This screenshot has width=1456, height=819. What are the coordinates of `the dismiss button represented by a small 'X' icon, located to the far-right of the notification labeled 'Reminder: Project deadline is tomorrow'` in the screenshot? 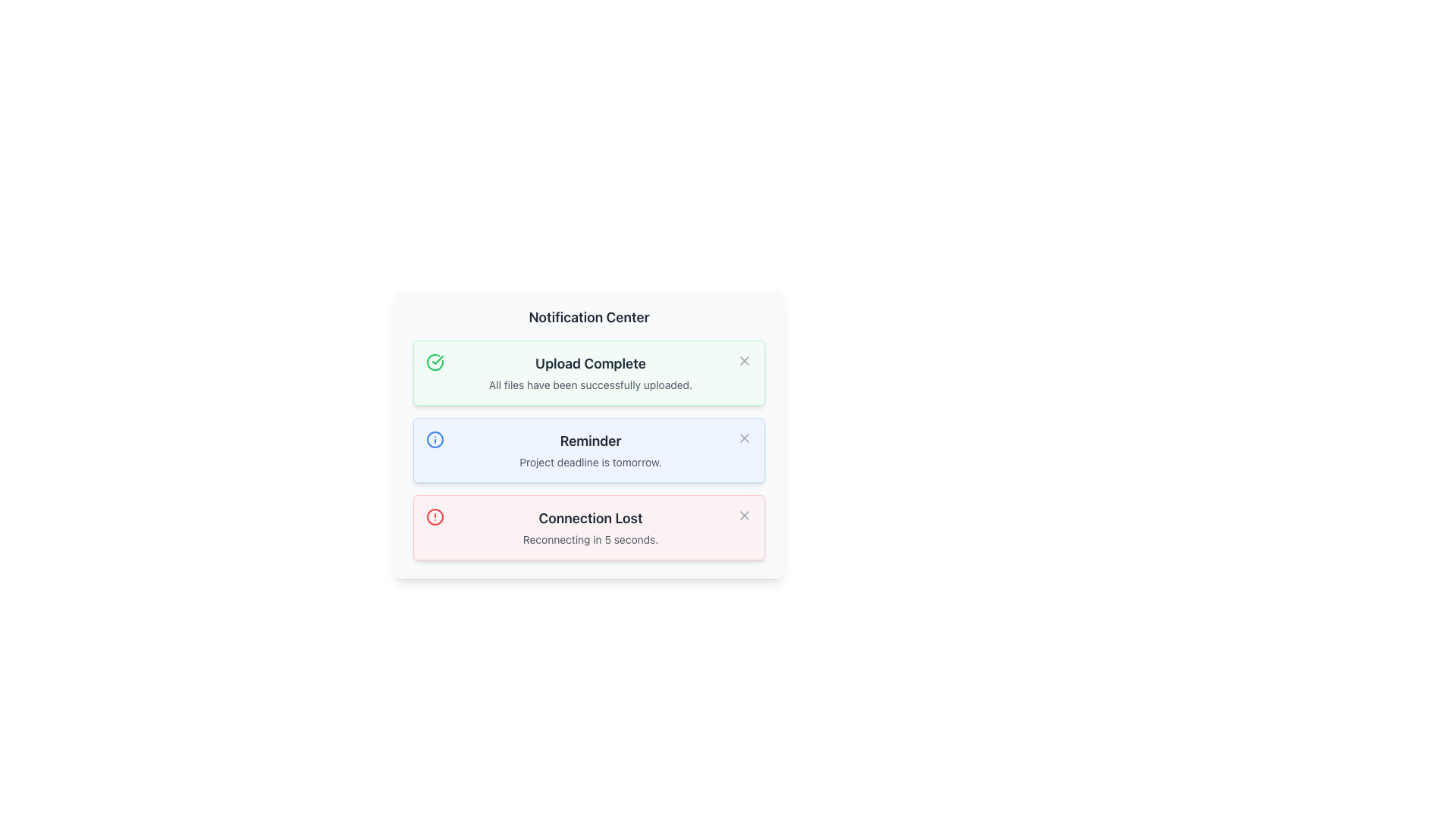 It's located at (739, 438).